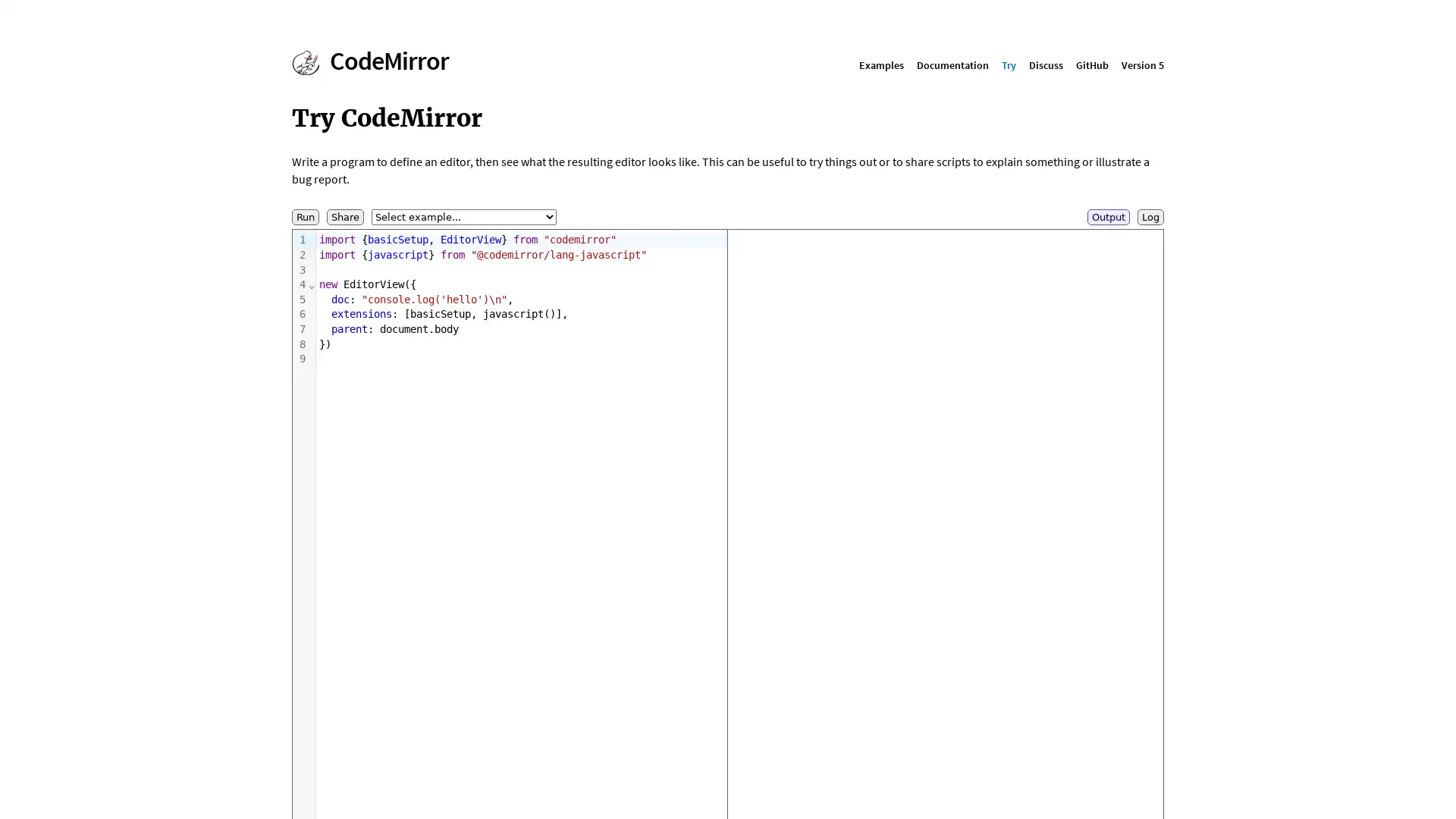  Describe the element at coordinates (1109, 217) in the screenshot. I see `Show code (Ctrl-Shift-2)` at that location.